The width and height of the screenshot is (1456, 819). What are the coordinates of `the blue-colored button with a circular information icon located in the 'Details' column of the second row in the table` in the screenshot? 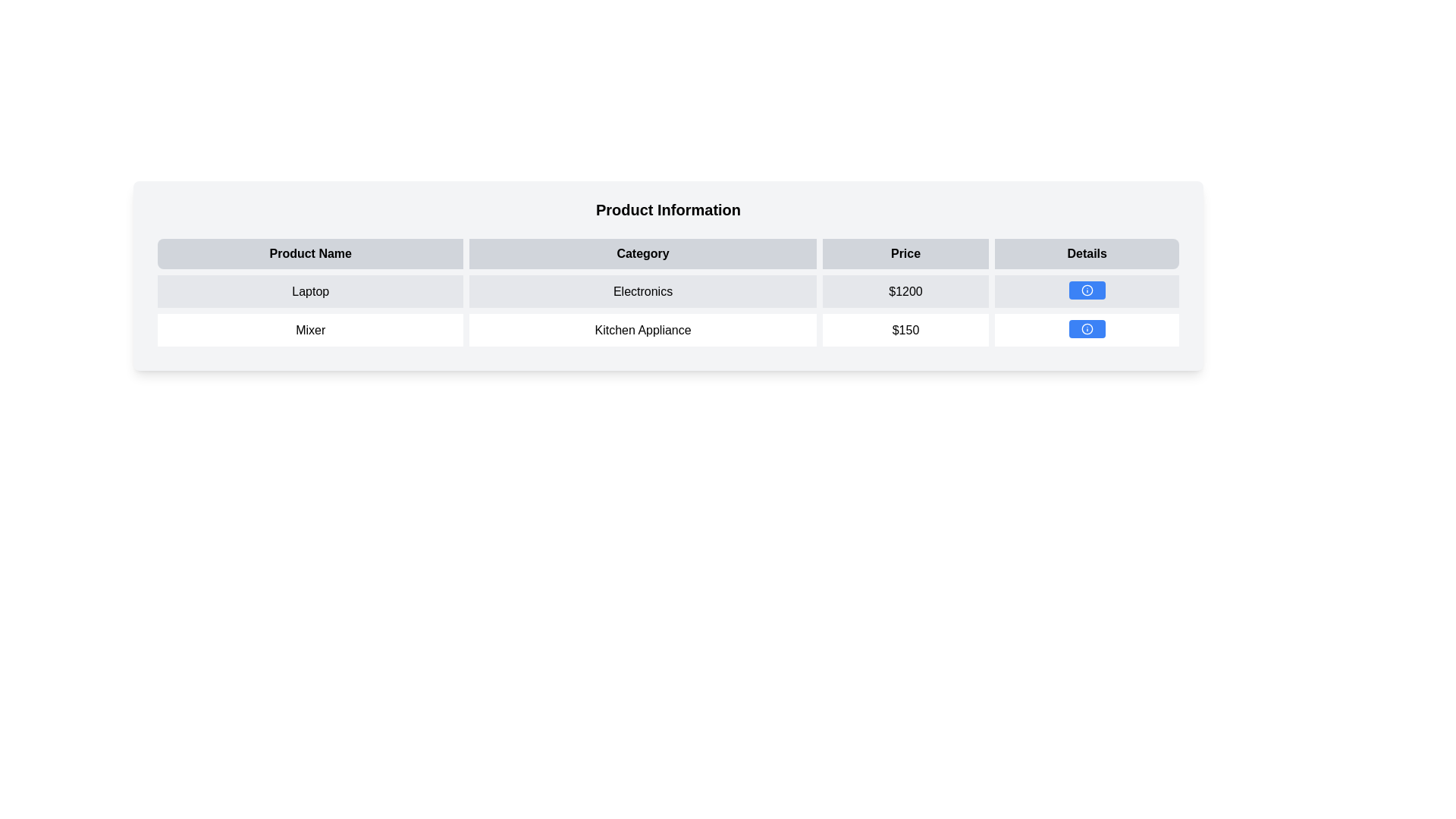 It's located at (1086, 328).